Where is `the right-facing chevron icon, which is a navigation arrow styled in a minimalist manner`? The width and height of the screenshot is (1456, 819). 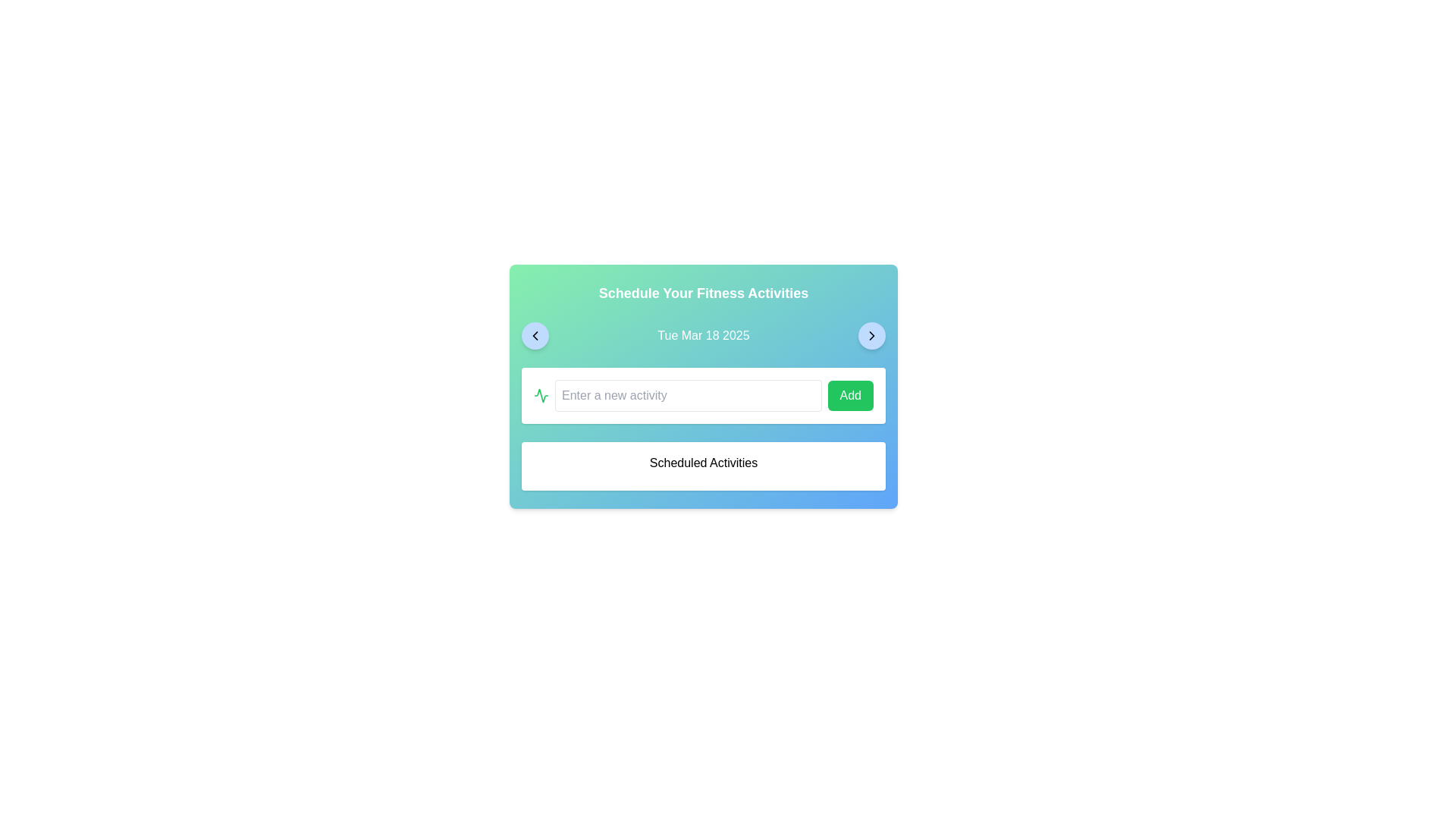
the right-facing chevron icon, which is a navigation arrow styled in a minimalist manner is located at coordinates (872, 335).